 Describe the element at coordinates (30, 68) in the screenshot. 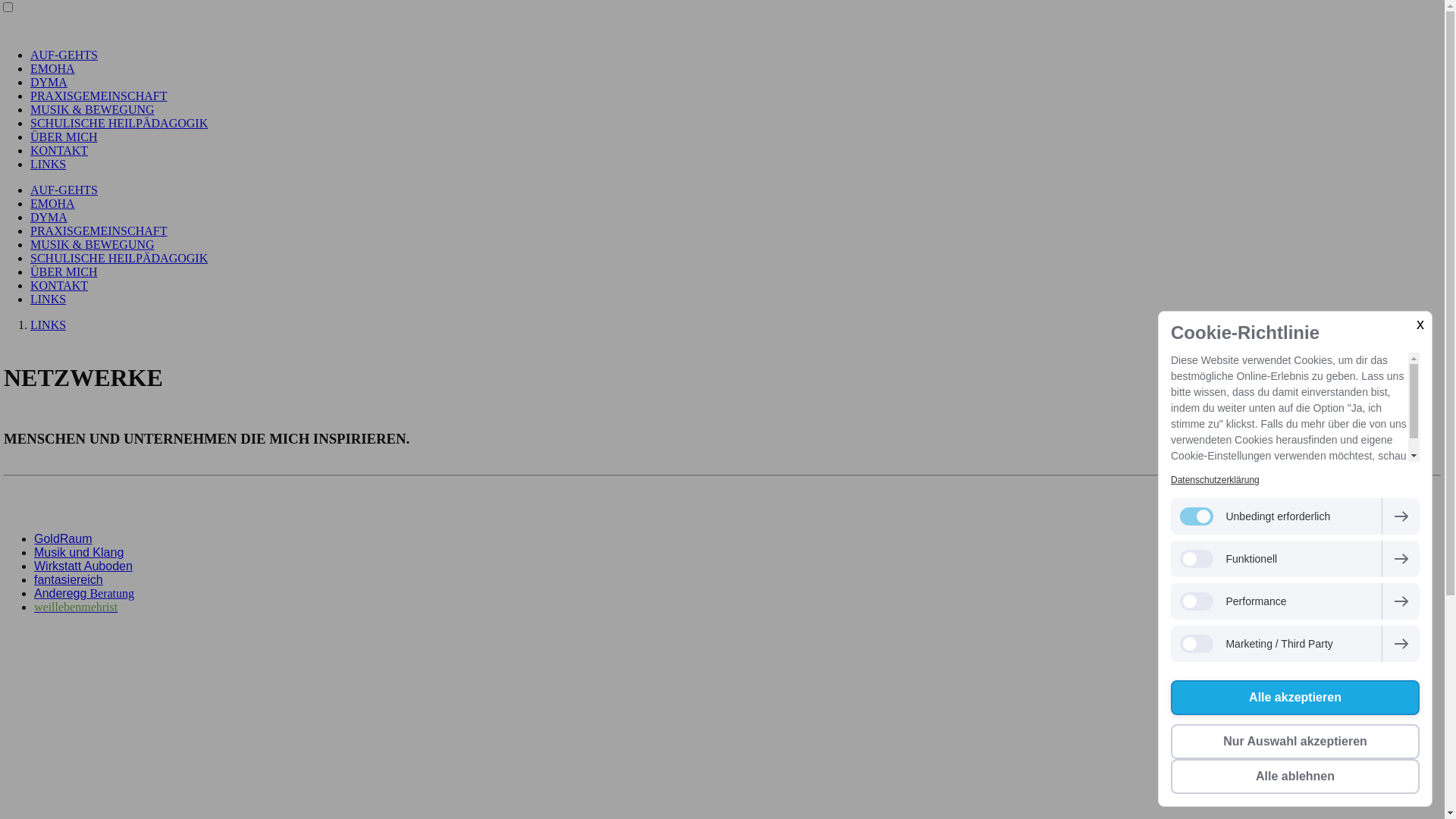

I see `'EMOHA'` at that location.